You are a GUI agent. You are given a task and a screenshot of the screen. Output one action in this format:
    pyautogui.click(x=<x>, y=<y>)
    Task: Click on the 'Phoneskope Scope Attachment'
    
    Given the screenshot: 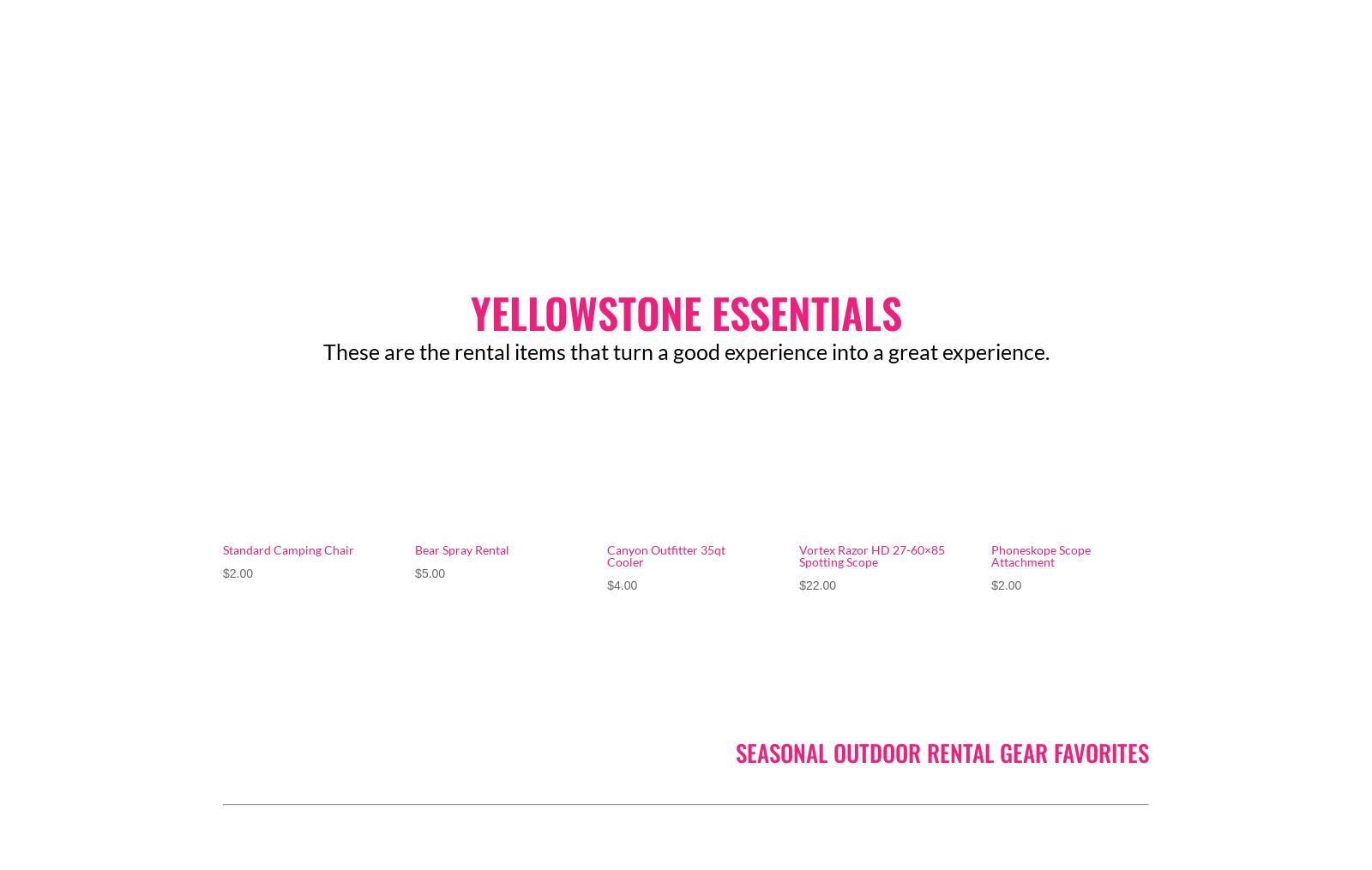 What is the action you would take?
    pyautogui.click(x=1040, y=554)
    